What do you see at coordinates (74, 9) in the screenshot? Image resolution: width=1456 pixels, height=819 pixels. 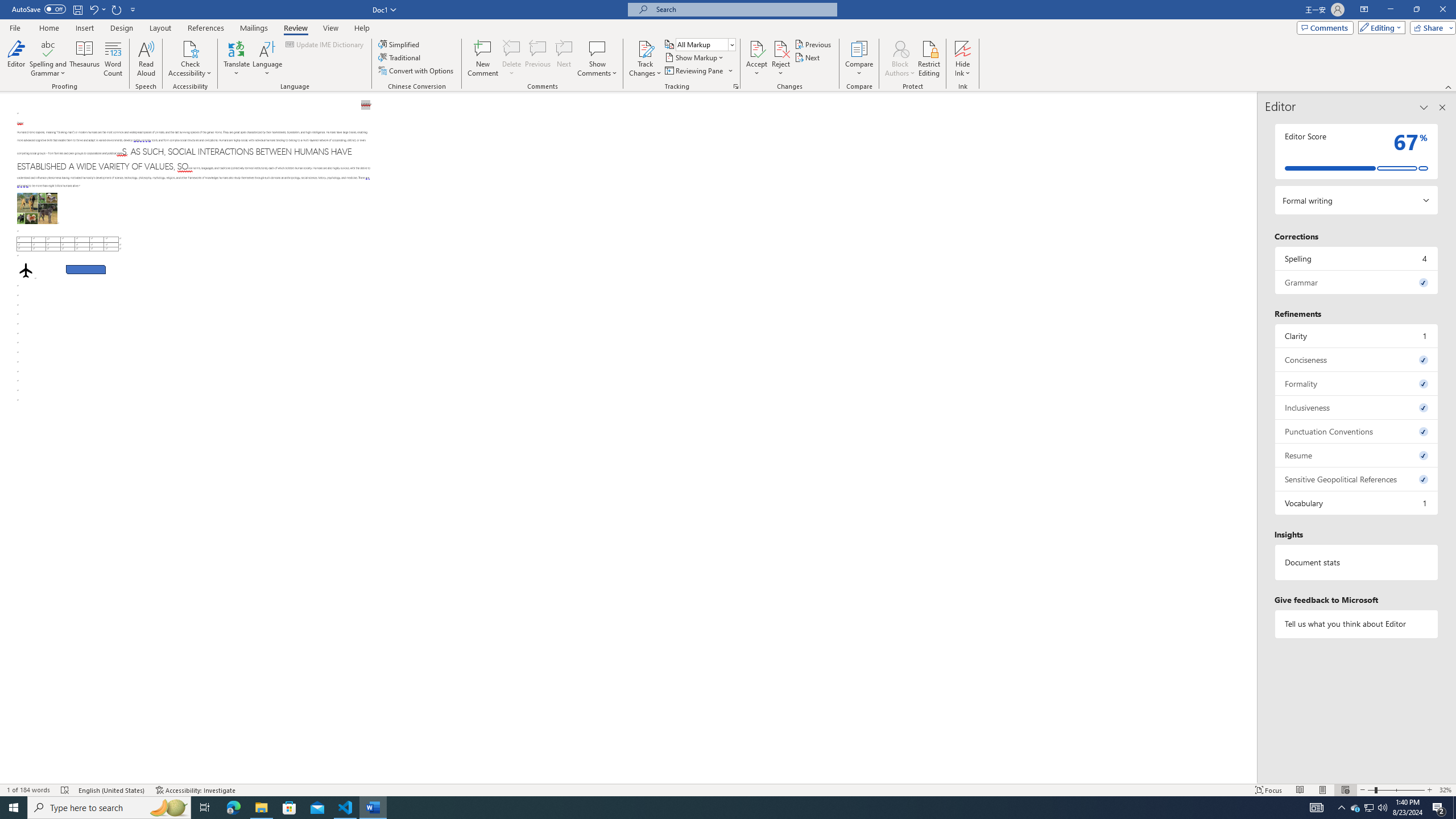 I see `'Quick Access Toolbar'` at bounding box center [74, 9].